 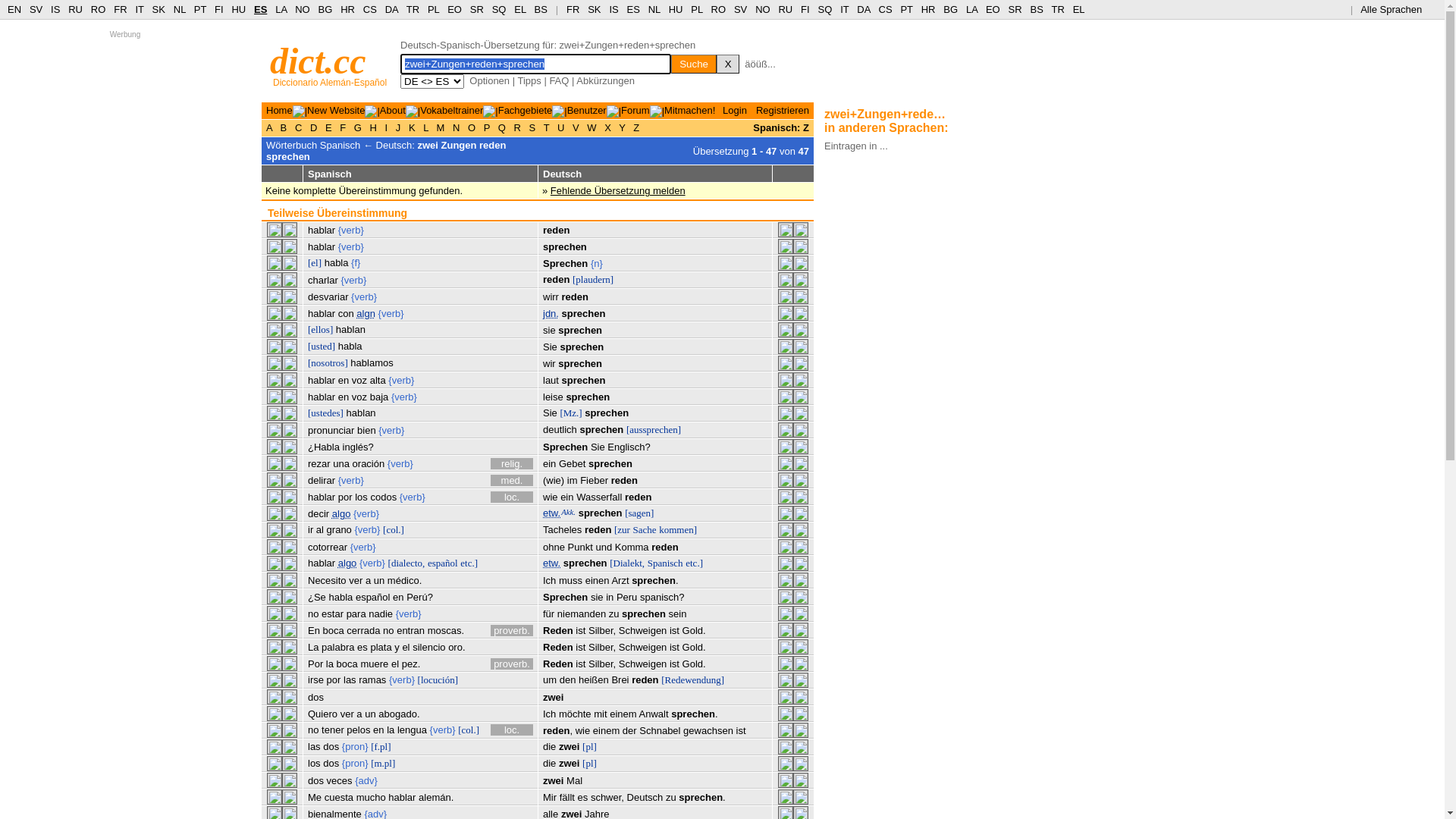 I want to click on 'Schnabel', so click(x=659, y=730).